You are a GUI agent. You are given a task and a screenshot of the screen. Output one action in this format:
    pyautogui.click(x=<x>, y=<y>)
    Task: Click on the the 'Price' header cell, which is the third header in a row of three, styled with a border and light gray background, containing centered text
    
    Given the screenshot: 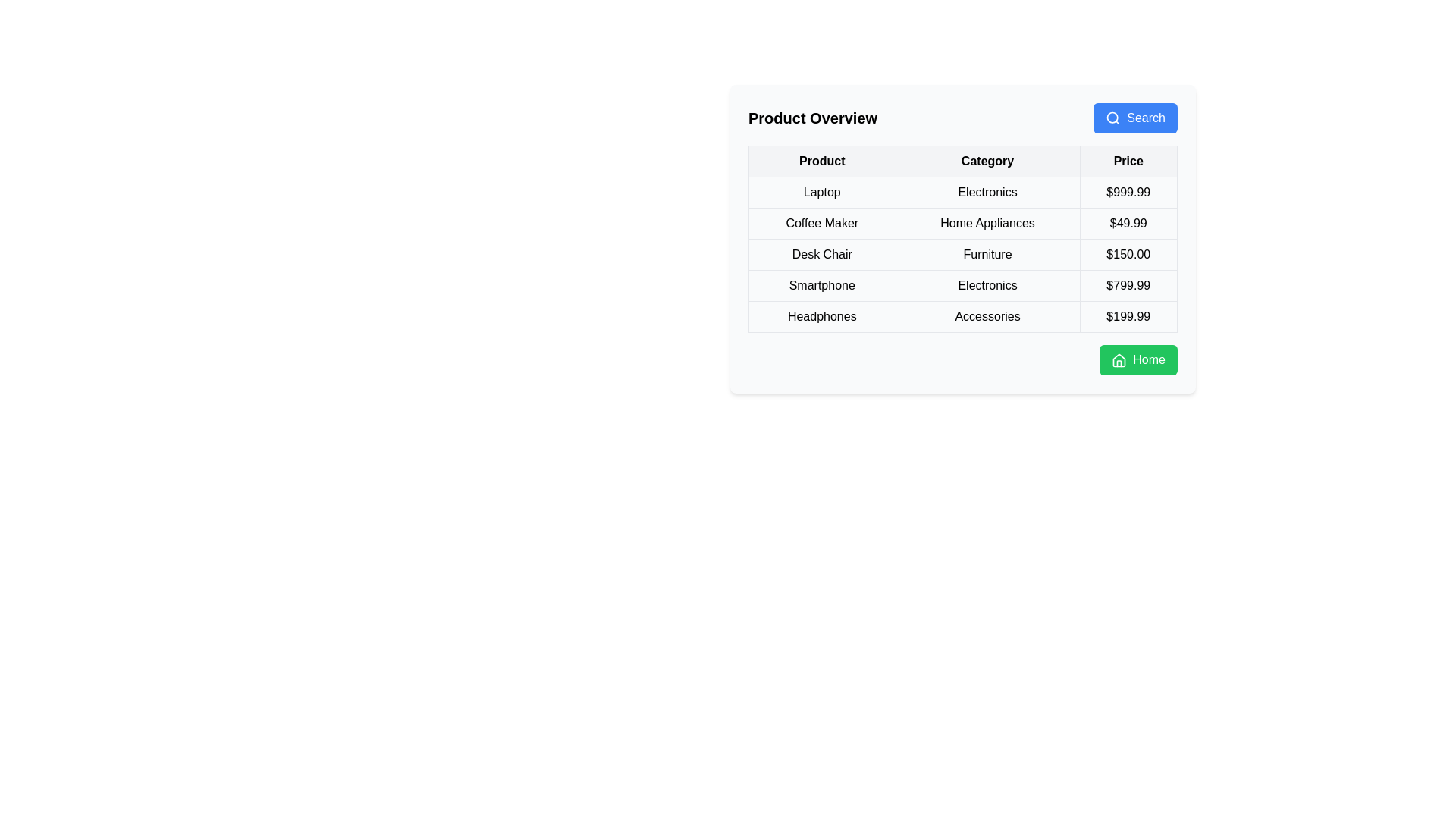 What is the action you would take?
    pyautogui.click(x=1128, y=161)
    